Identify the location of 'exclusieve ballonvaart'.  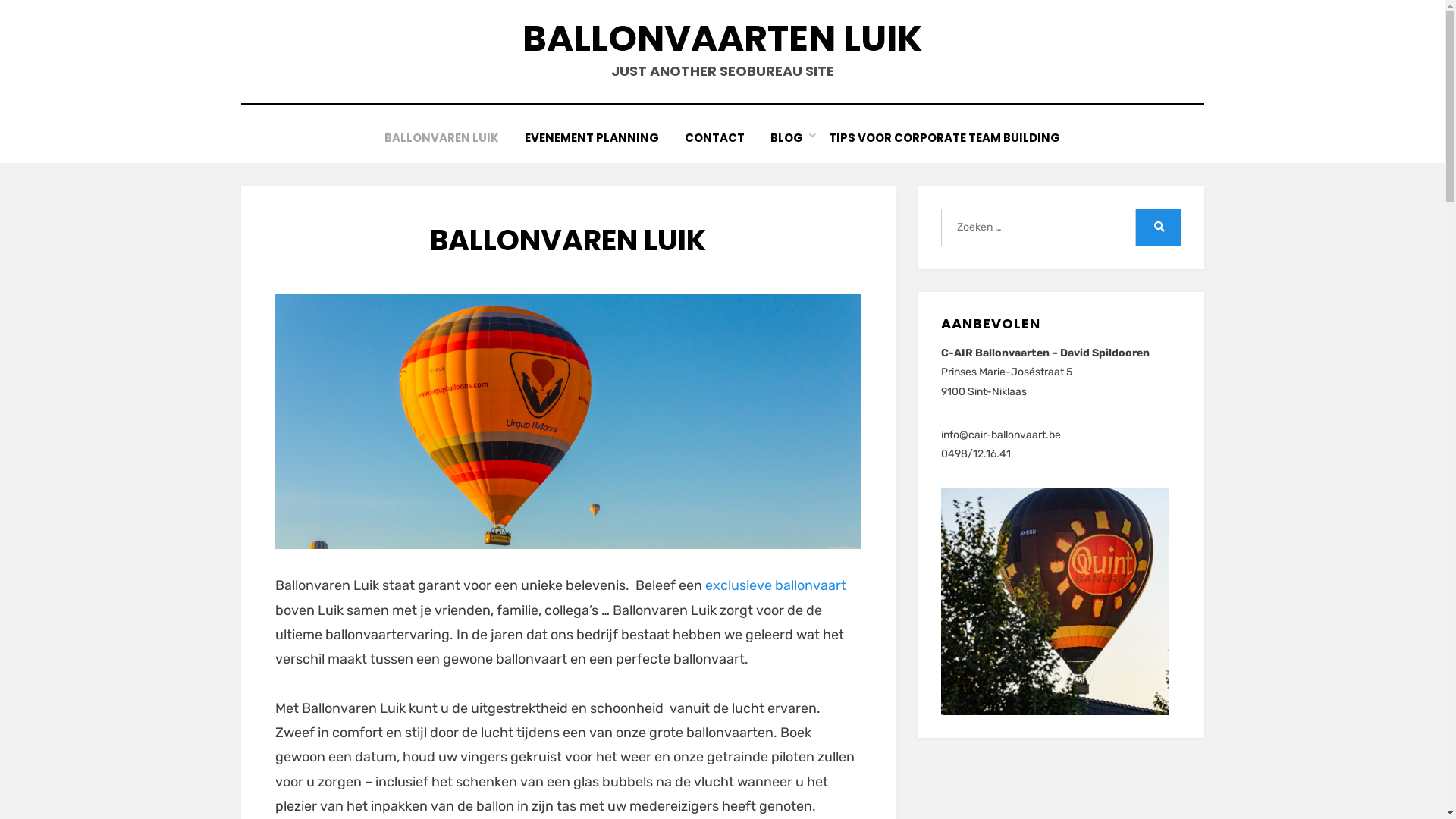
(775, 584).